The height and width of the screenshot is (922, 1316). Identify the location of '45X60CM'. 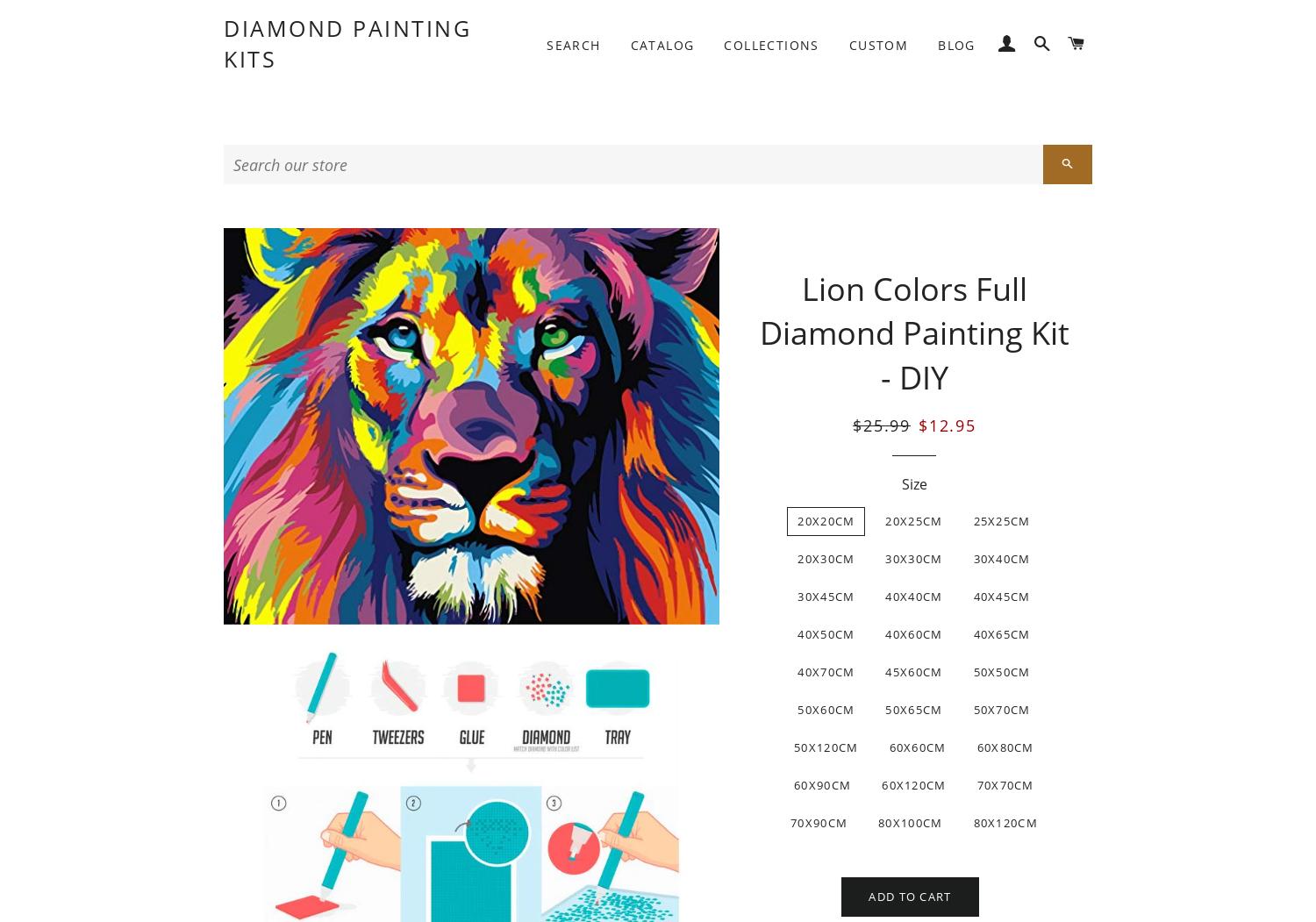
(913, 671).